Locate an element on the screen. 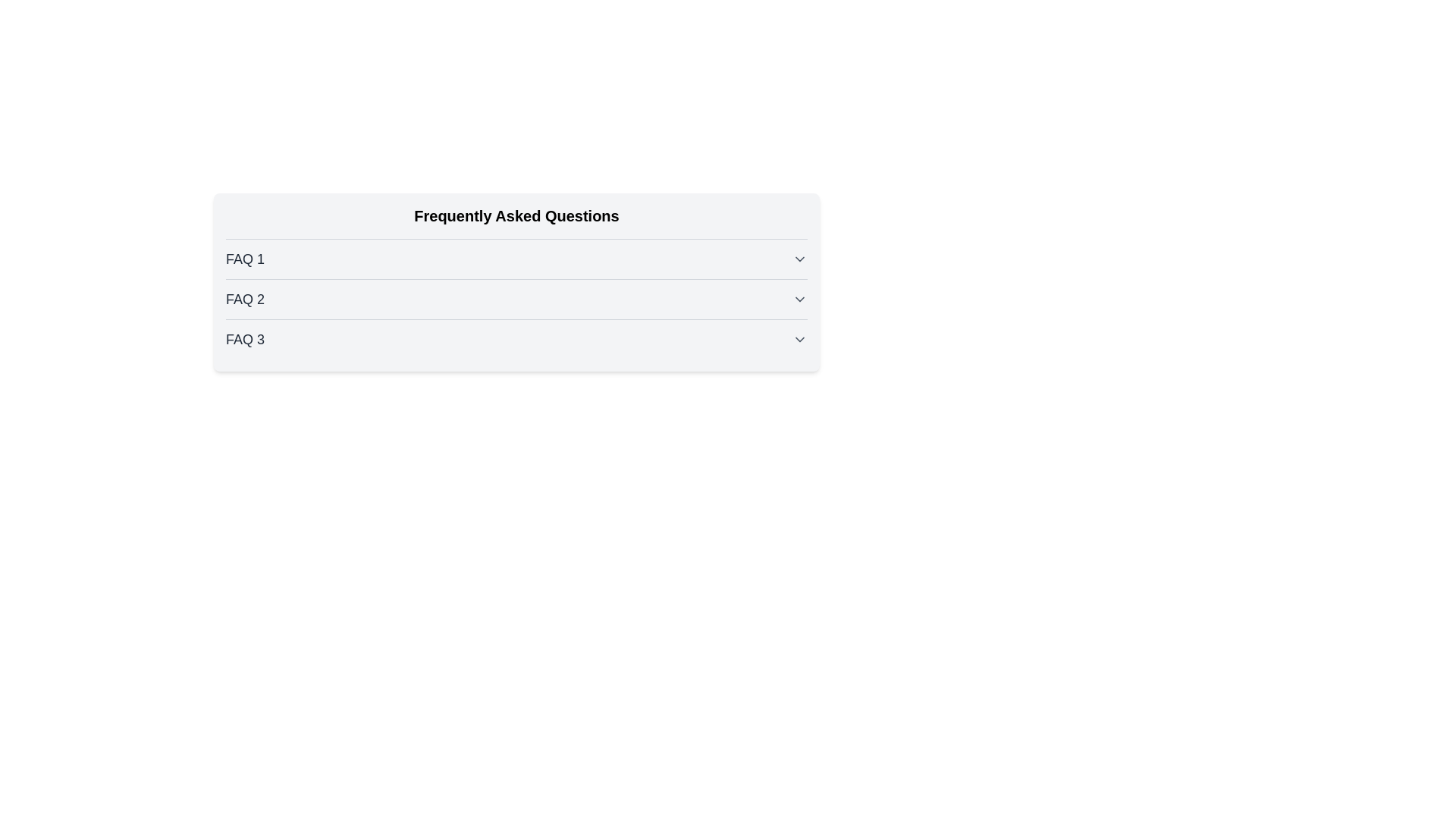 The width and height of the screenshot is (1456, 819). the chevron-down icon located to the right of the text 'FAQ 1' to indicate the section is active is located at coordinates (799, 259).